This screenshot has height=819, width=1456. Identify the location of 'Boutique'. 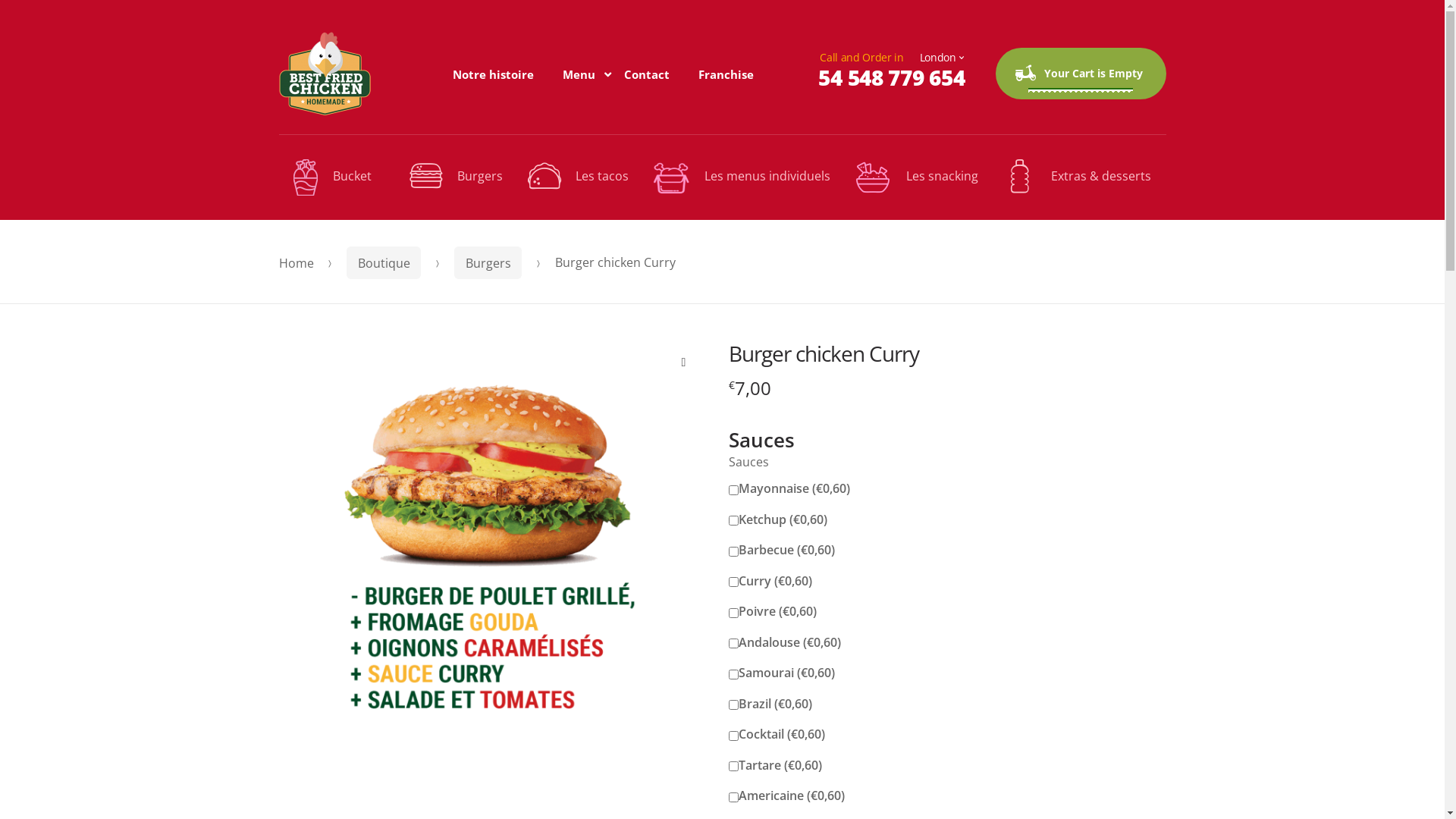
(384, 262).